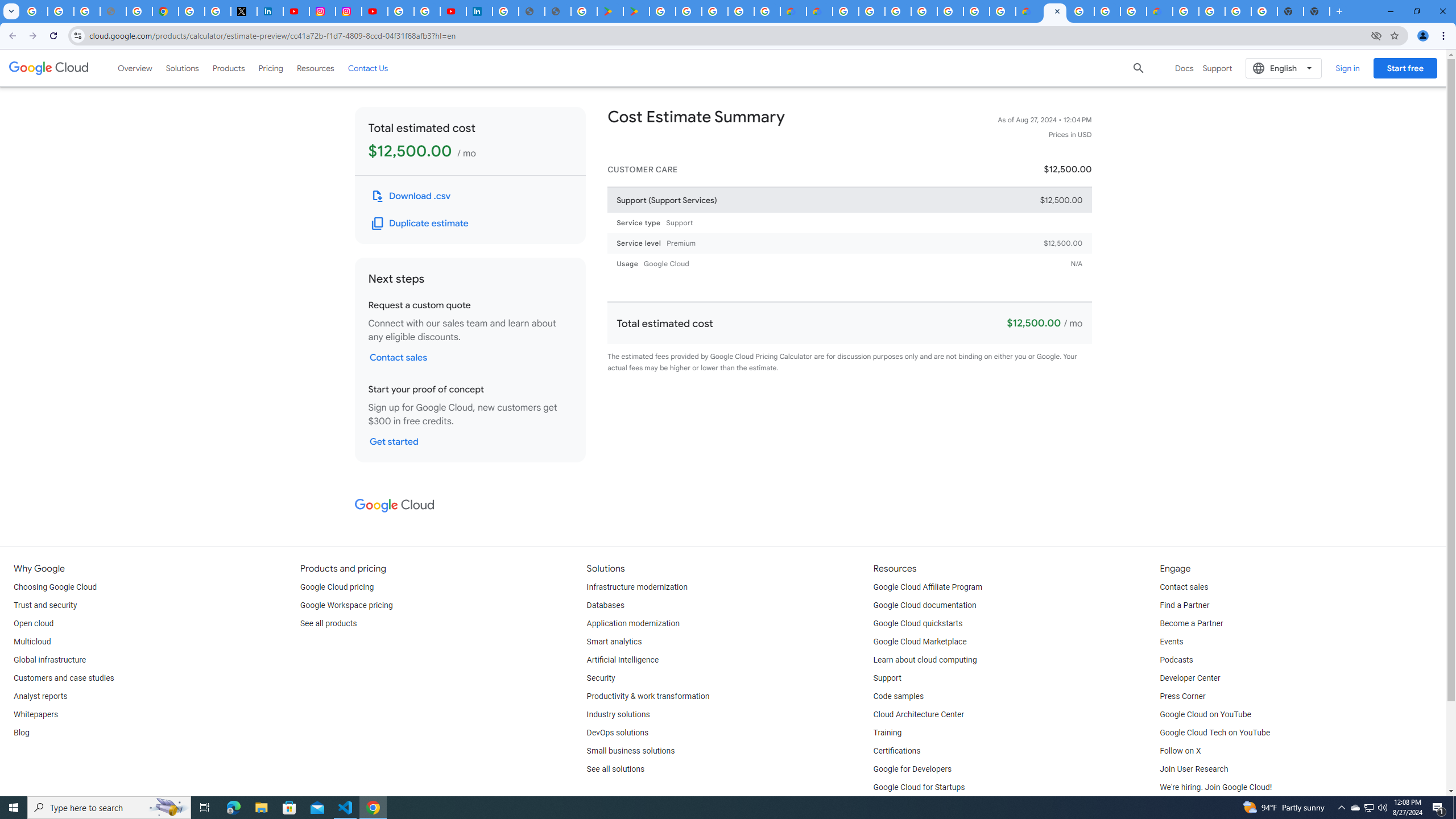 Image resolution: width=1456 pixels, height=819 pixels. Describe the element at coordinates (1159, 11) in the screenshot. I see `'Google Cloud Service Health'` at that location.